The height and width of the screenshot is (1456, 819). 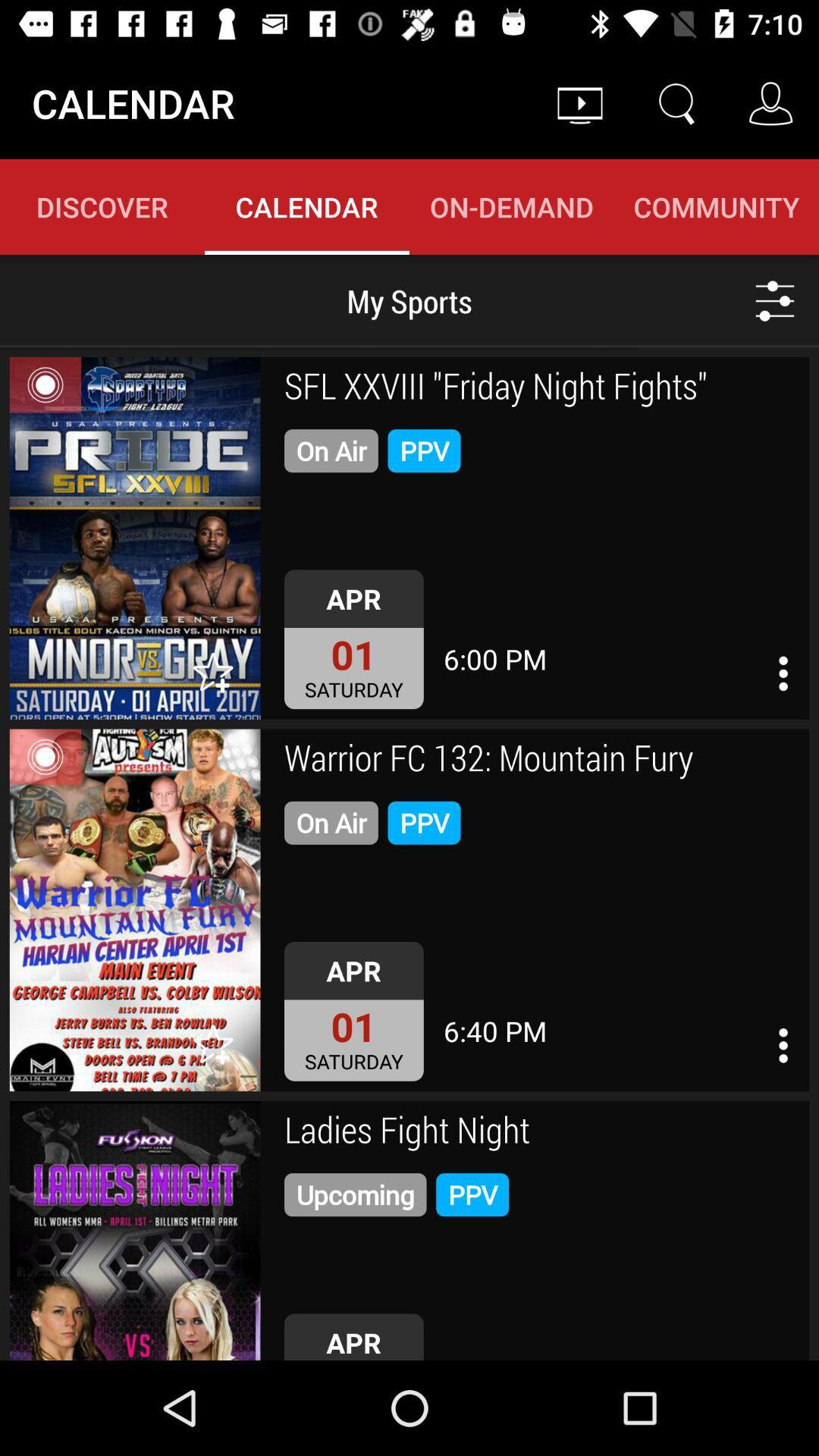 I want to click on open up side menu, so click(x=783, y=1044).